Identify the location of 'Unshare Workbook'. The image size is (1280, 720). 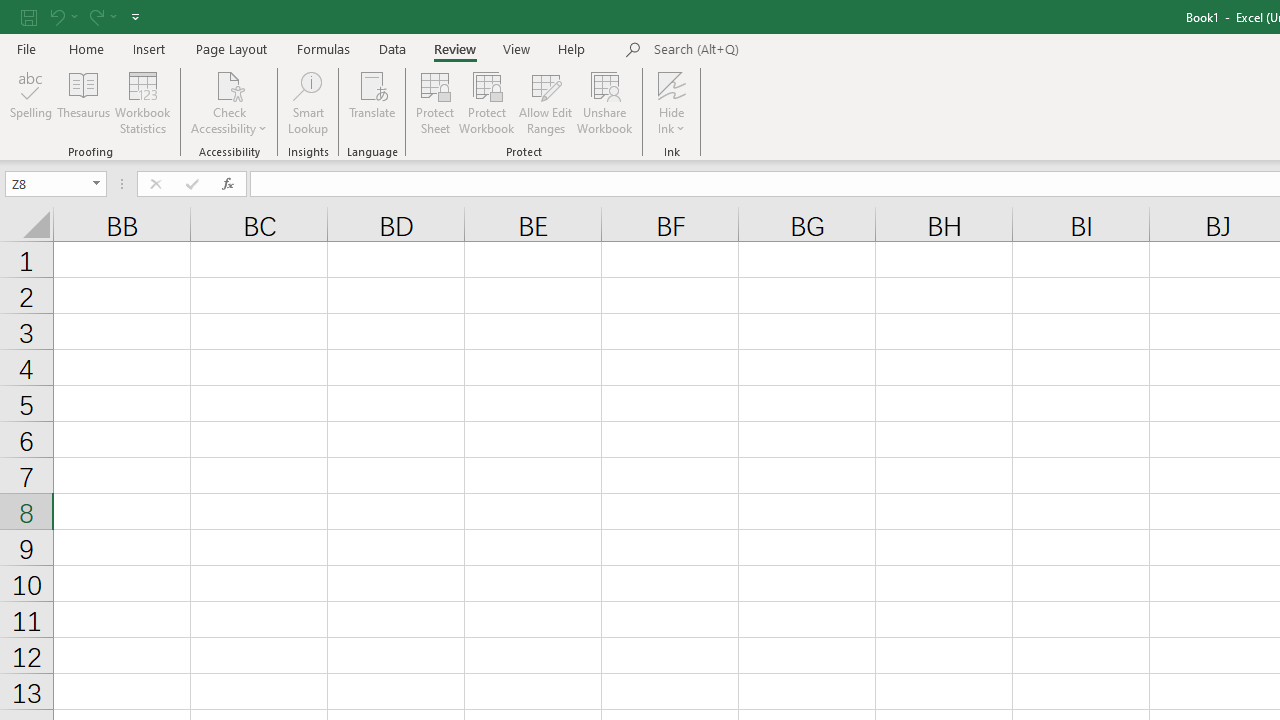
(603, 103).